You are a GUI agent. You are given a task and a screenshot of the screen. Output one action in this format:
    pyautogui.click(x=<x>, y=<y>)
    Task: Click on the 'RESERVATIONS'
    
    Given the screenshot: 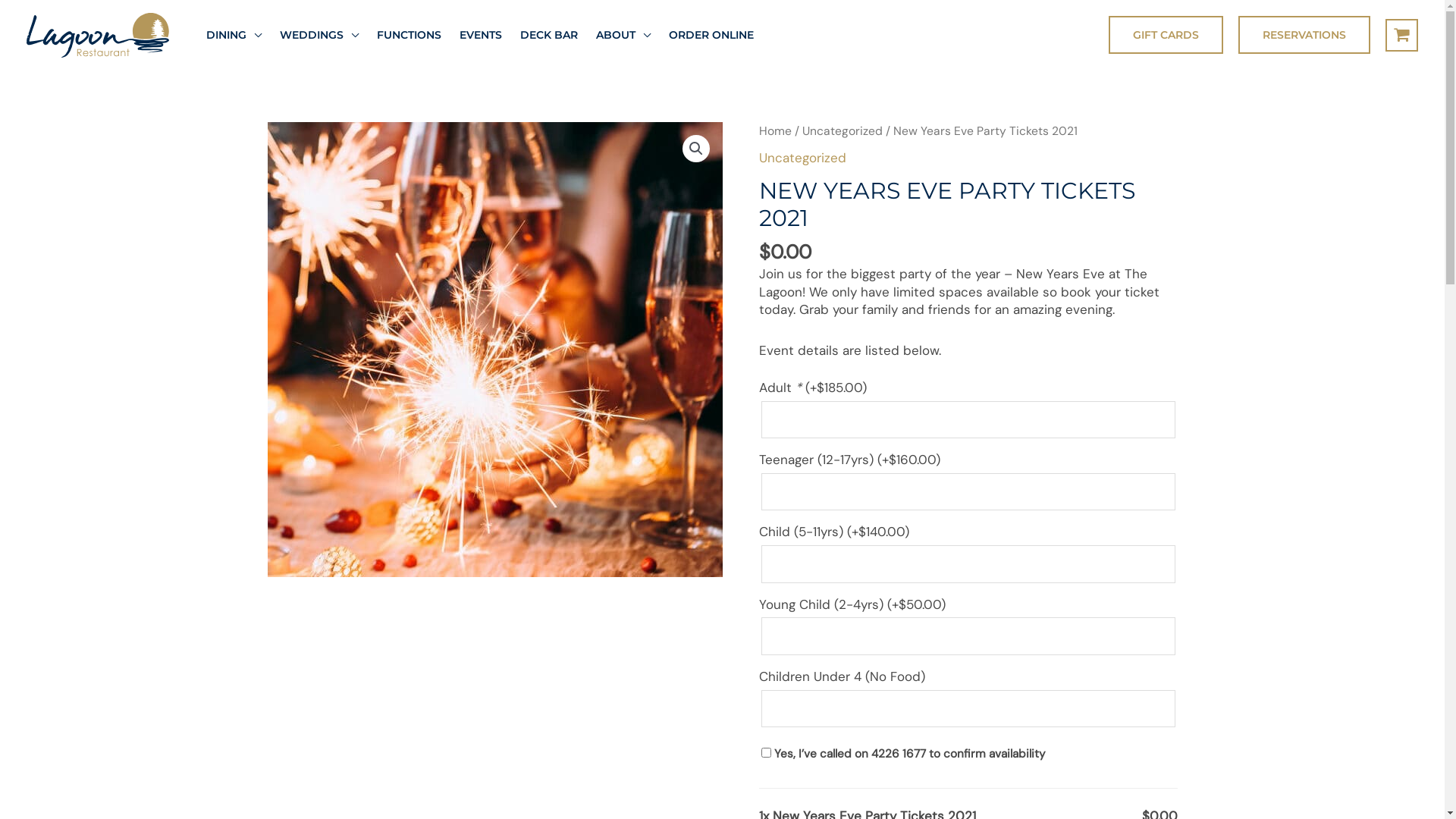 What is the action you would take?
    pyautogui.click(x=1303, y=34)
    